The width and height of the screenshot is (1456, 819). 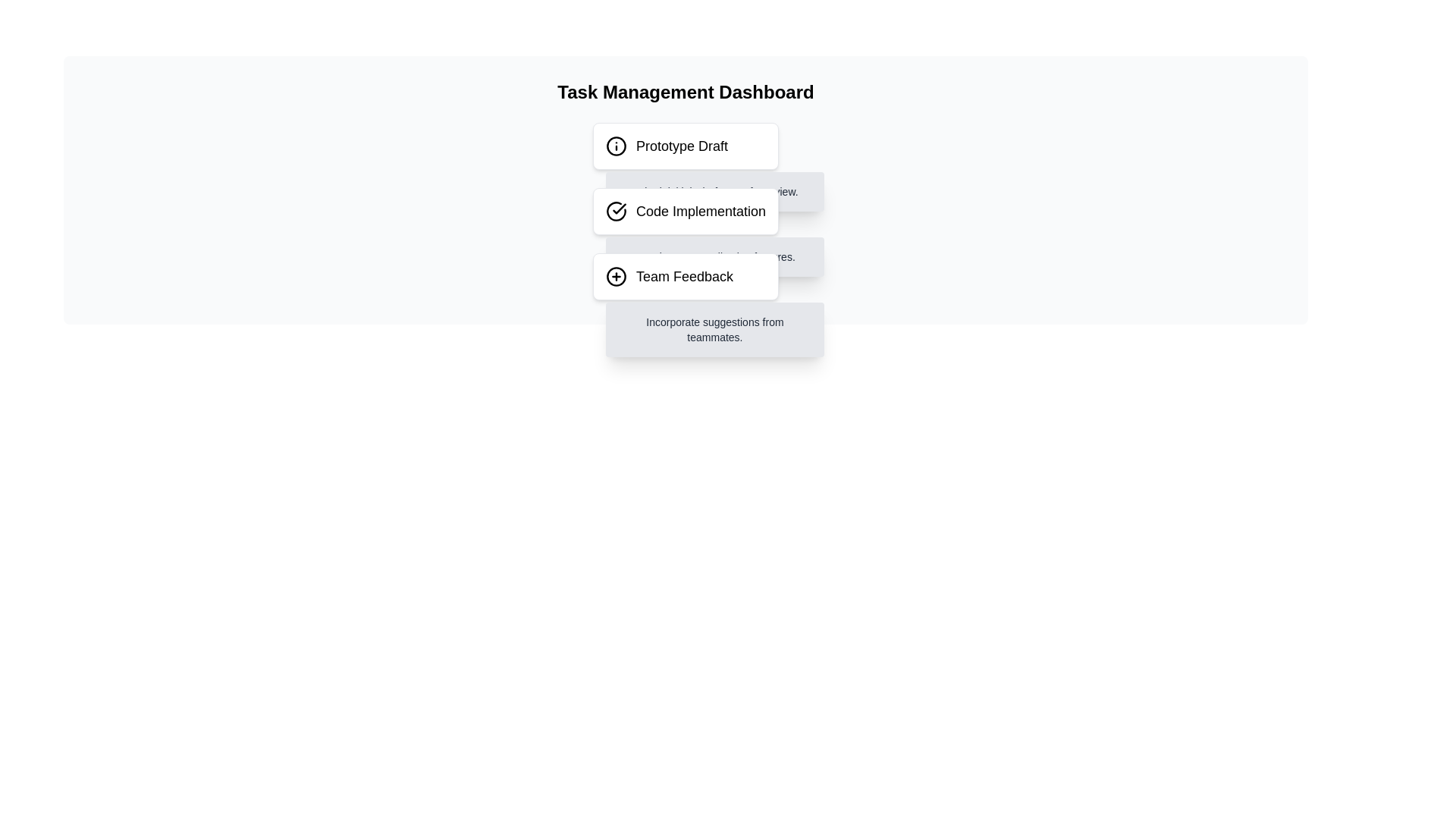 I want to click on information contained within the vertically stacked group of three rectangular containers located in the 'Task Management Dashboard' section, which includes an icon, a bold headline, and detailed text, so click(x=685, y=211).